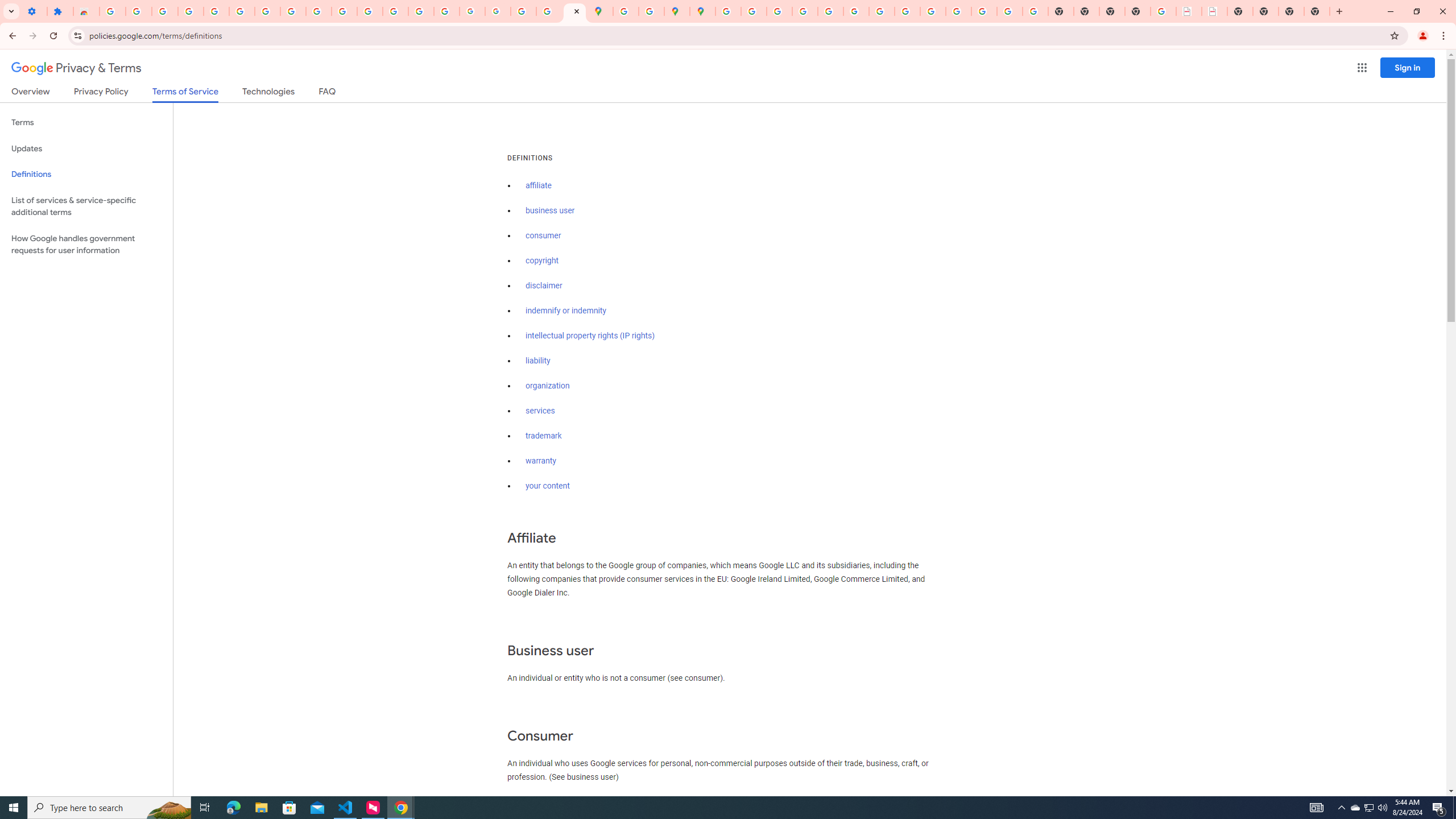  Describe the element at coordinates (600, 11) in the screenshot. I see `'Google Maps'` at that location.